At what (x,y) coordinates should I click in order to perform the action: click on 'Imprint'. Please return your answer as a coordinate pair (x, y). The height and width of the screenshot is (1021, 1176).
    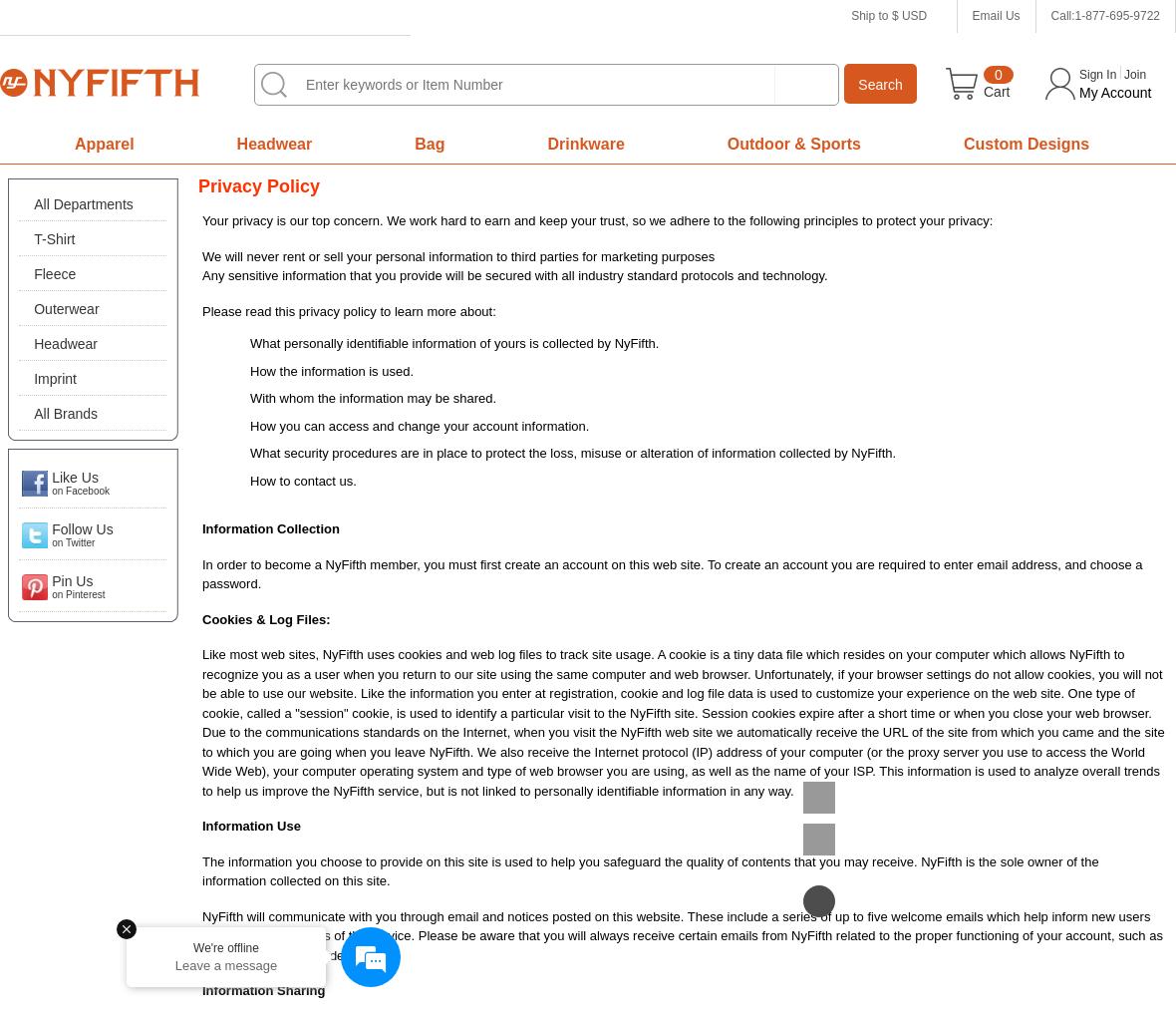
    Looking at the image, I should click on (32, 379).